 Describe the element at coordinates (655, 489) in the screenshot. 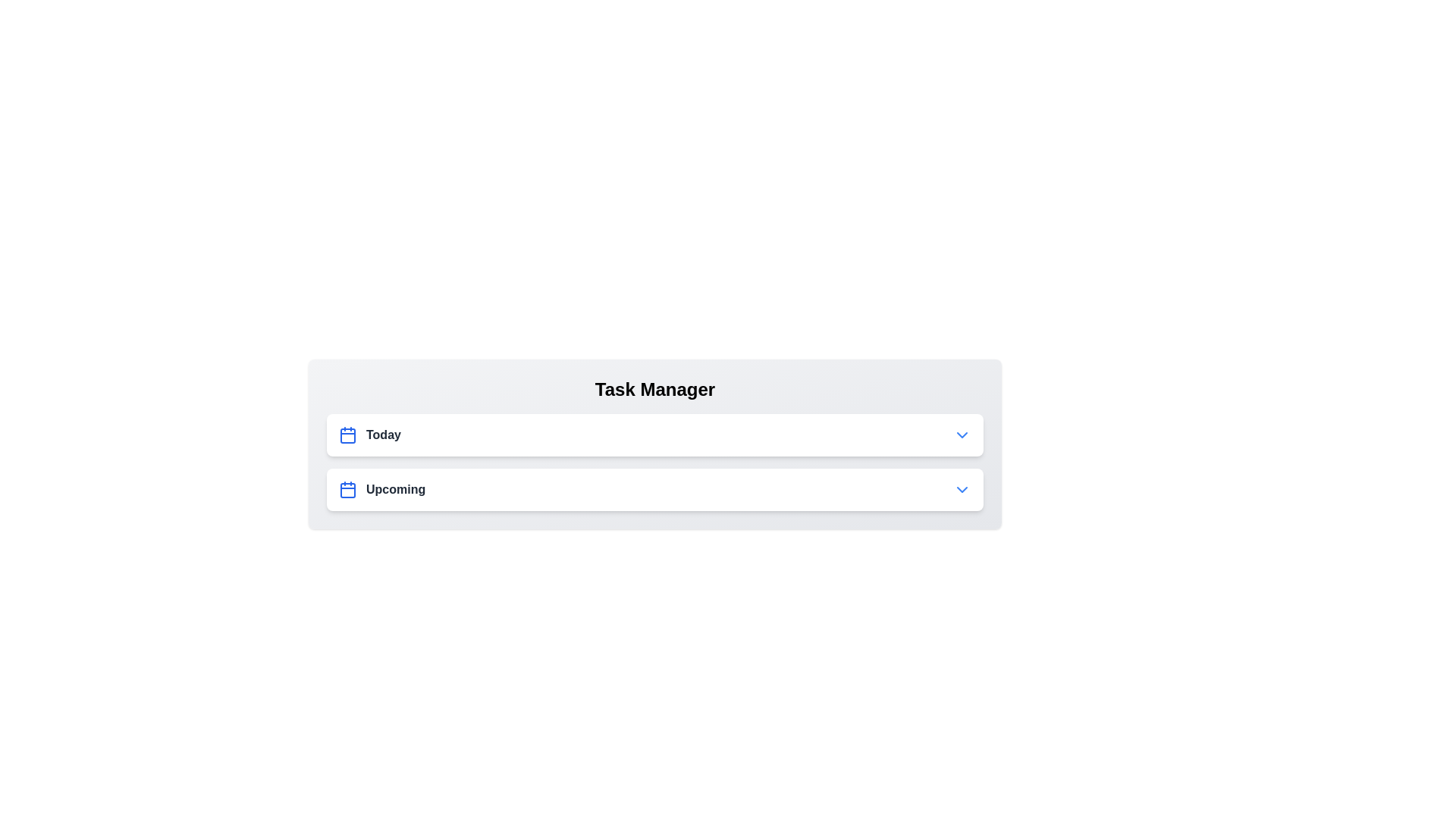

I see `the 'Upcoming' header to toggle its expansion state` at that location.